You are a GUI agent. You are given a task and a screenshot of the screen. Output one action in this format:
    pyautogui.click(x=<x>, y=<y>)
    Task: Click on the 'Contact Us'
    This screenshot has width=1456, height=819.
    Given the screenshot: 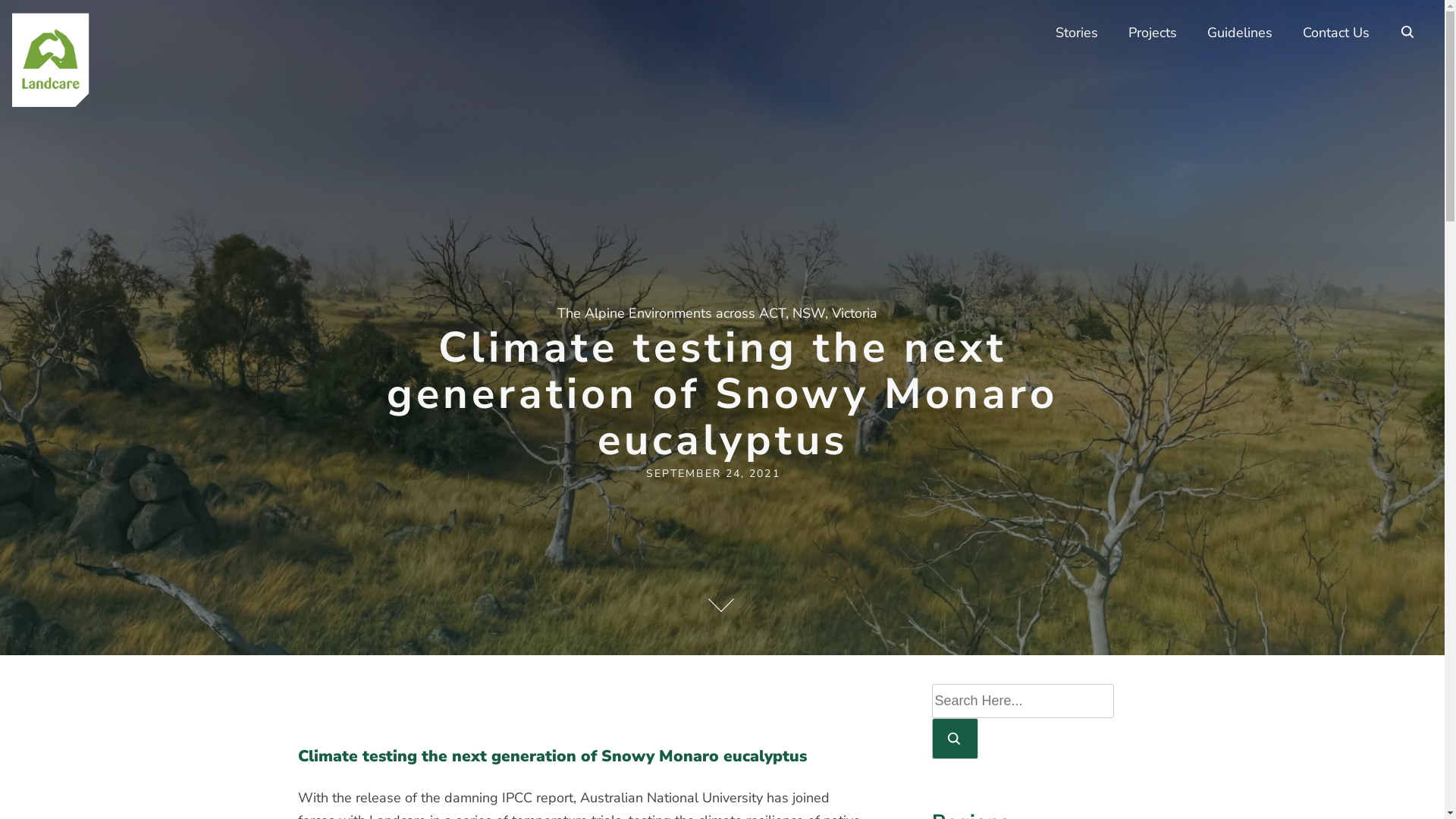 What is the action you would take?
    pyautogui.click(x=1287, y=33)
    